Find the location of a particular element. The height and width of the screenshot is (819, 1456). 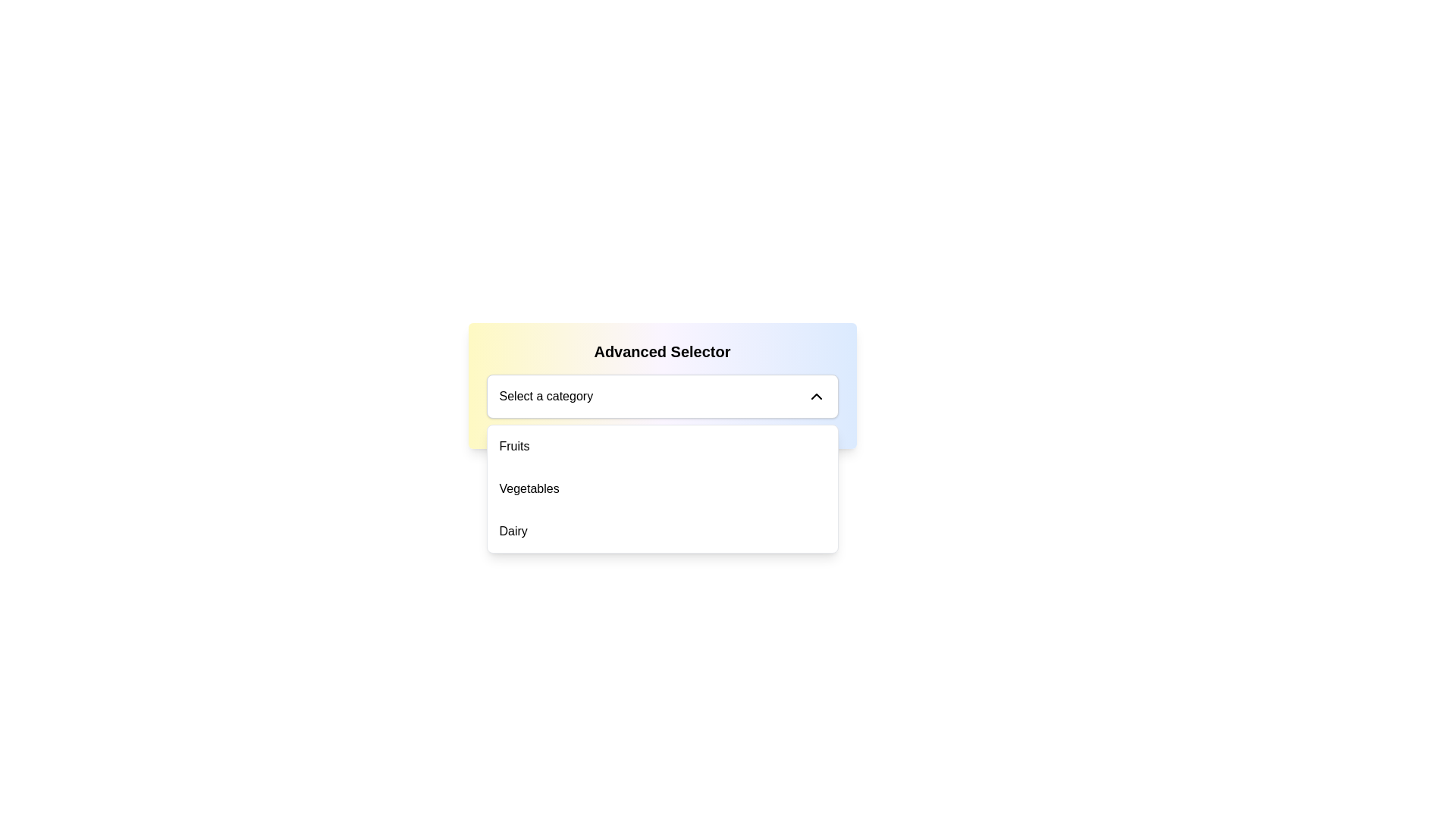

the 'Fruits' dropdown menu item in the 'Advanced Selector' dropdown to navigate is located at coordinates (662, 446).